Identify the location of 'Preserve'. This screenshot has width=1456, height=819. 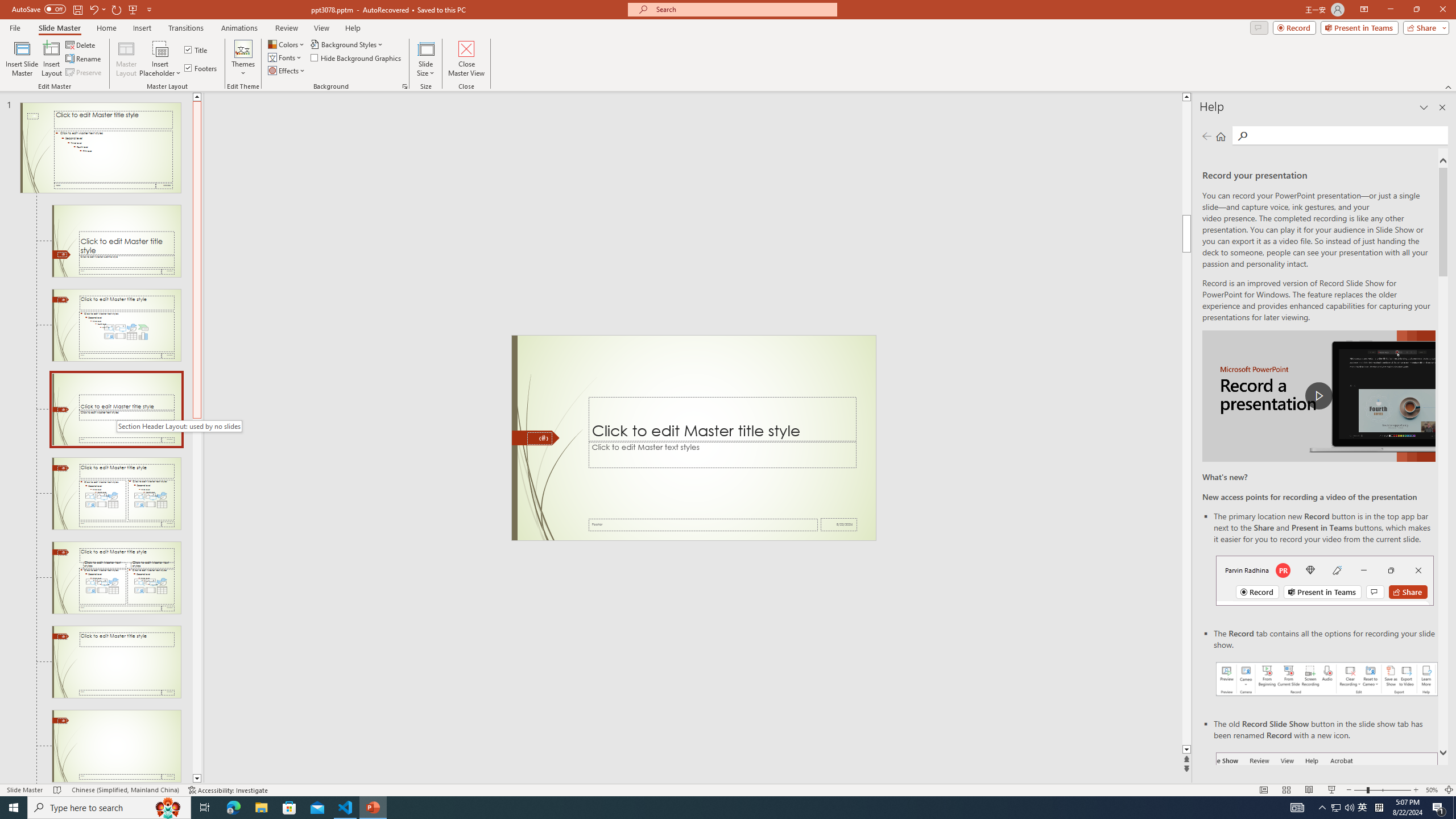
(84, 72).